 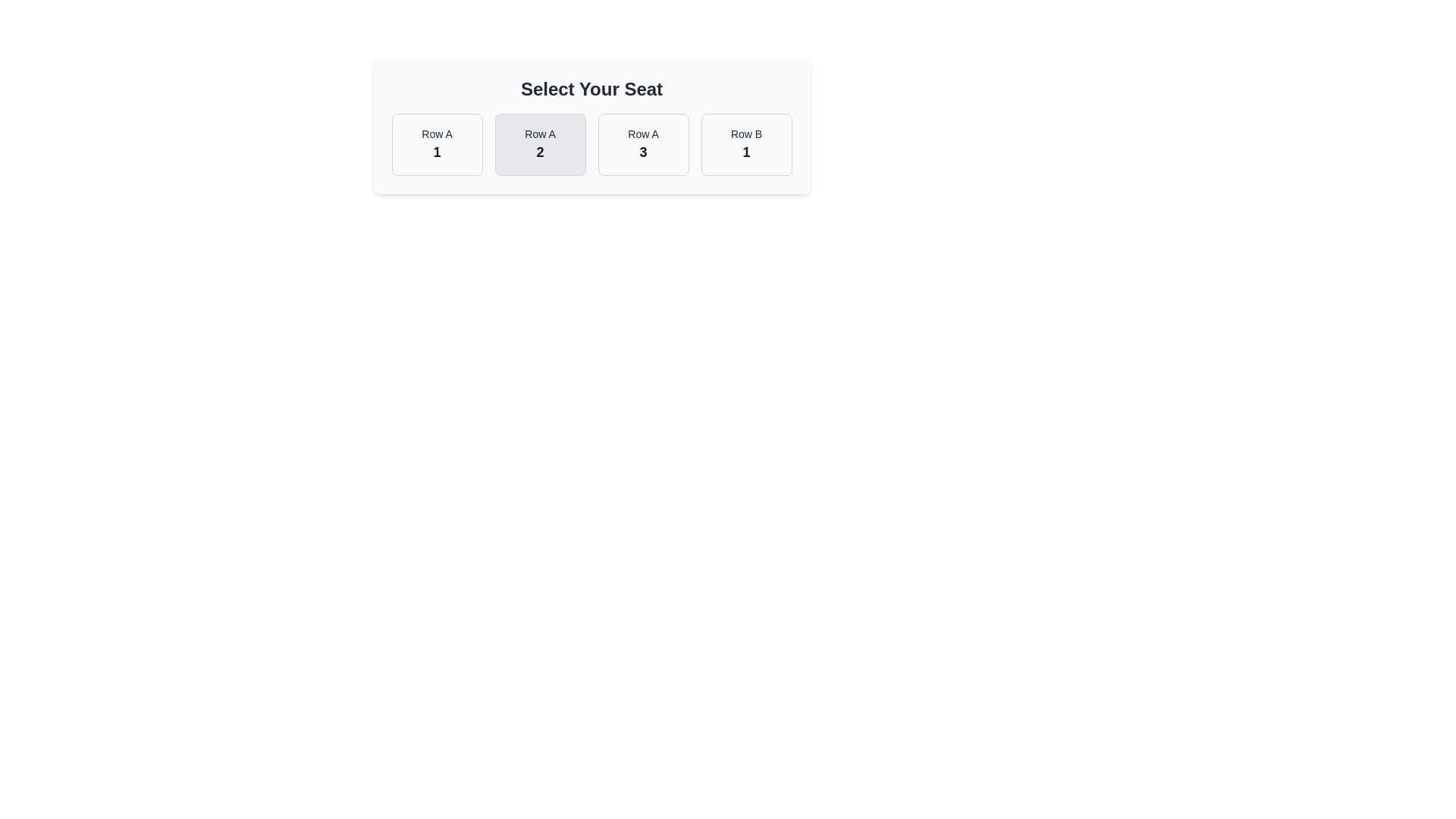 I want to click on the card UI element representing 'Row A Seat 2', which is the second card in a grid of selectable options, so click(x=540, y=145).